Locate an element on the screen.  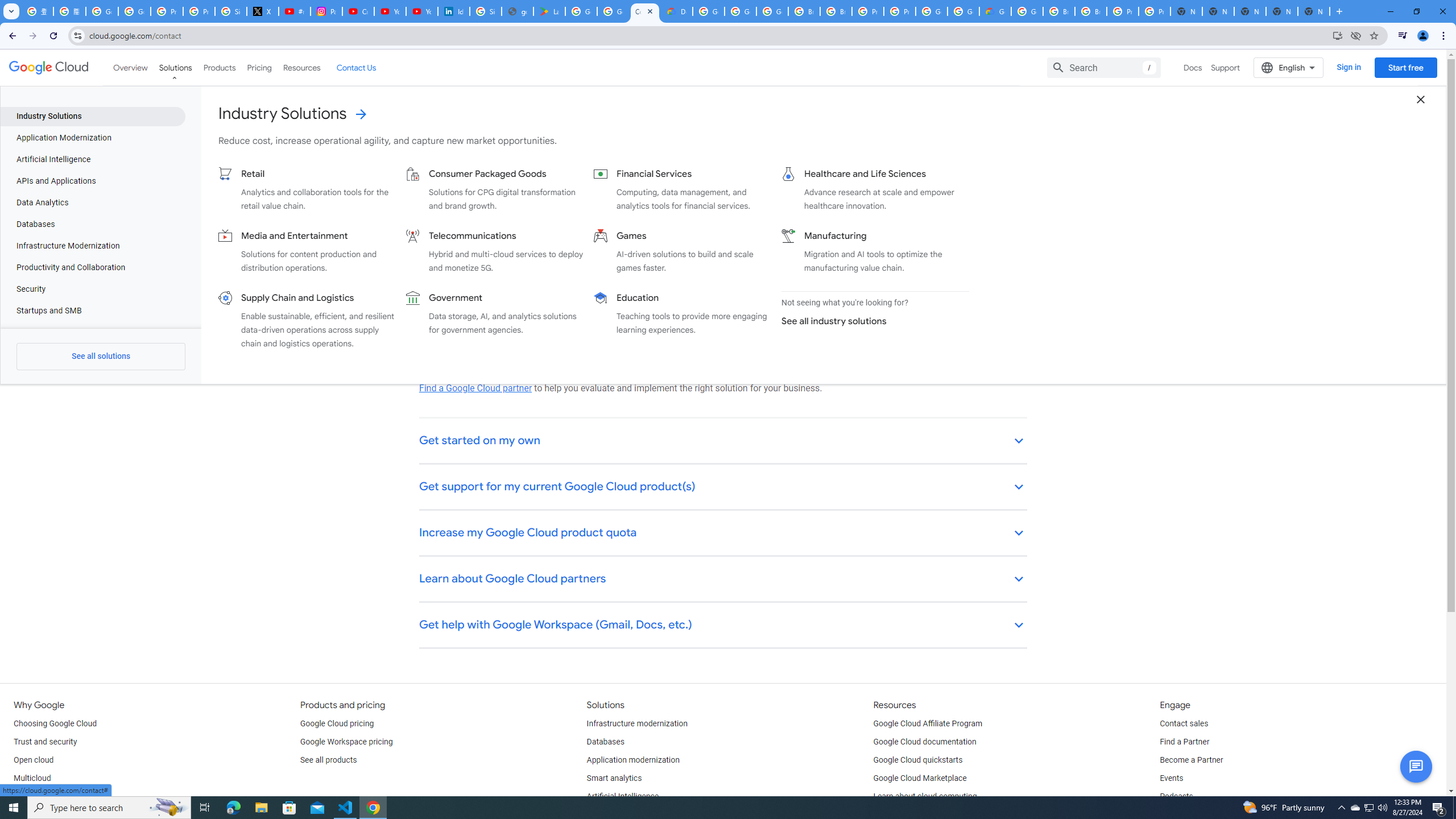
'Events' is located at coordinates (1170, 778).